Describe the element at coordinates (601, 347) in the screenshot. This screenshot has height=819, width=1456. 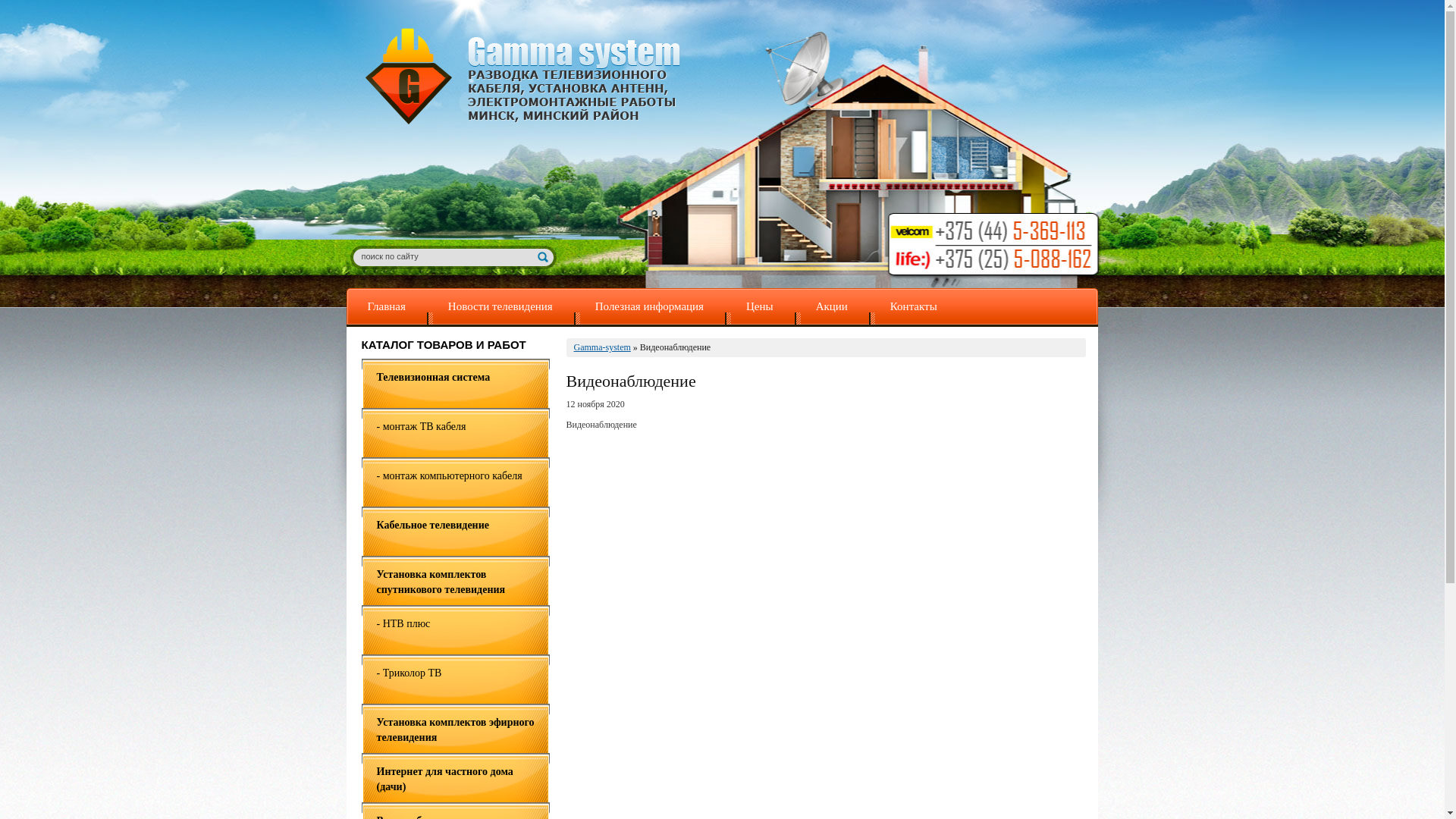
I see `'Gamma-system'` at that location.